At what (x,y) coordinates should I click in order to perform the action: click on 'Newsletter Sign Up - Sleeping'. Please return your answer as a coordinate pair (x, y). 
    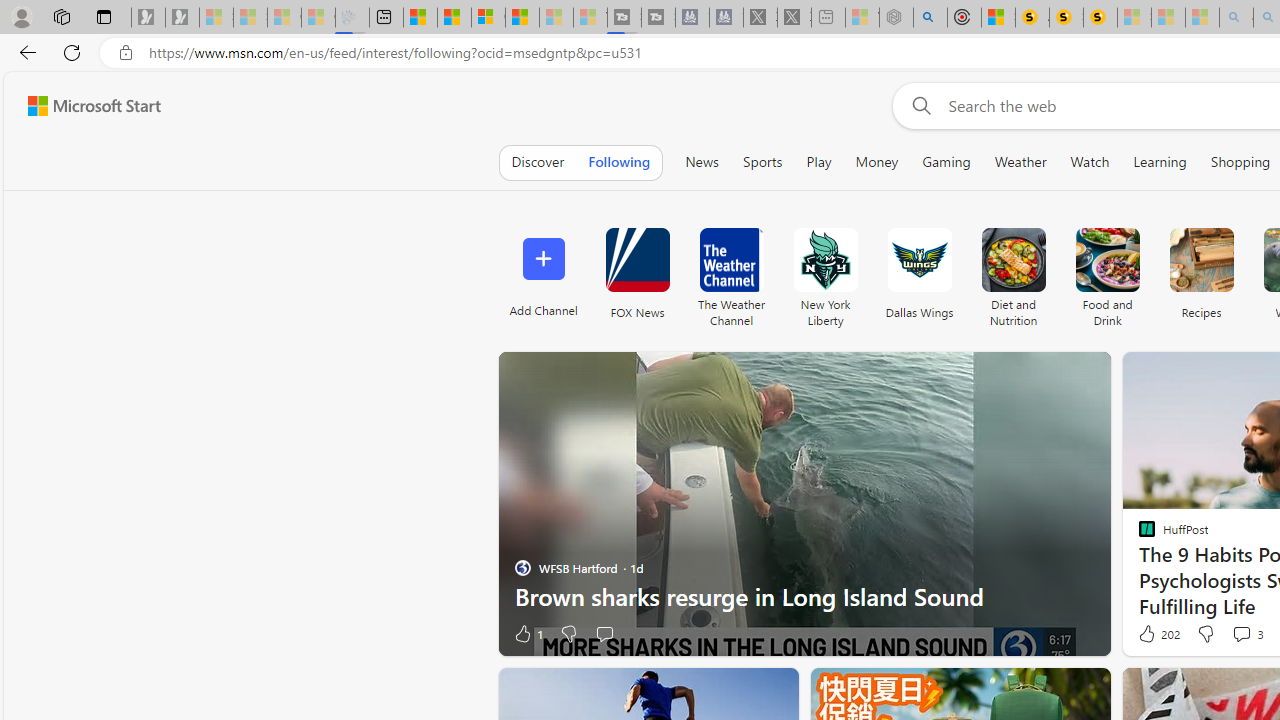
    Looking at the image, I should click on (182, 17).